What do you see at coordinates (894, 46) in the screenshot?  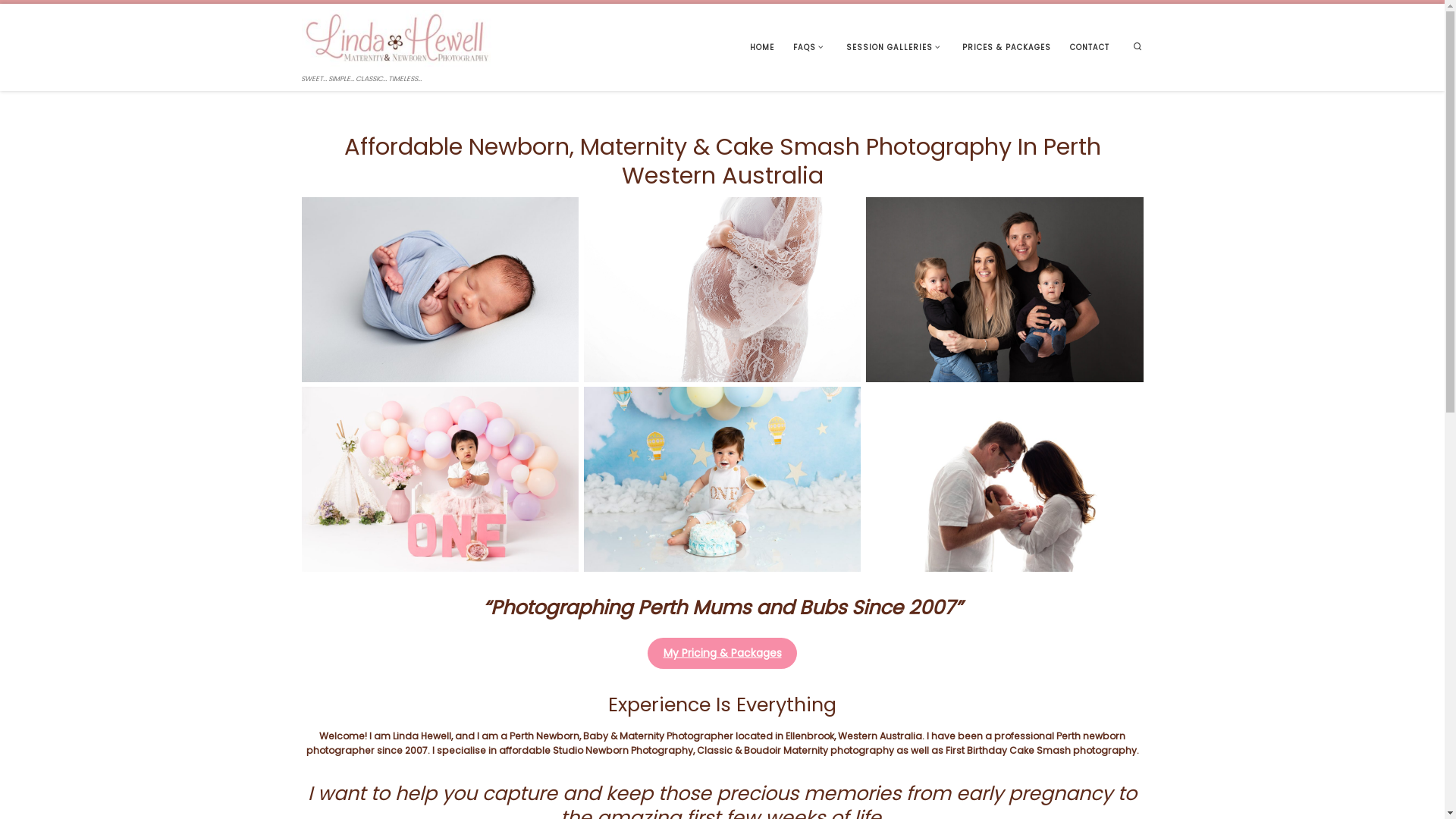 I see `'SESSION GALLERIES'` at bounding box center [894, 46].